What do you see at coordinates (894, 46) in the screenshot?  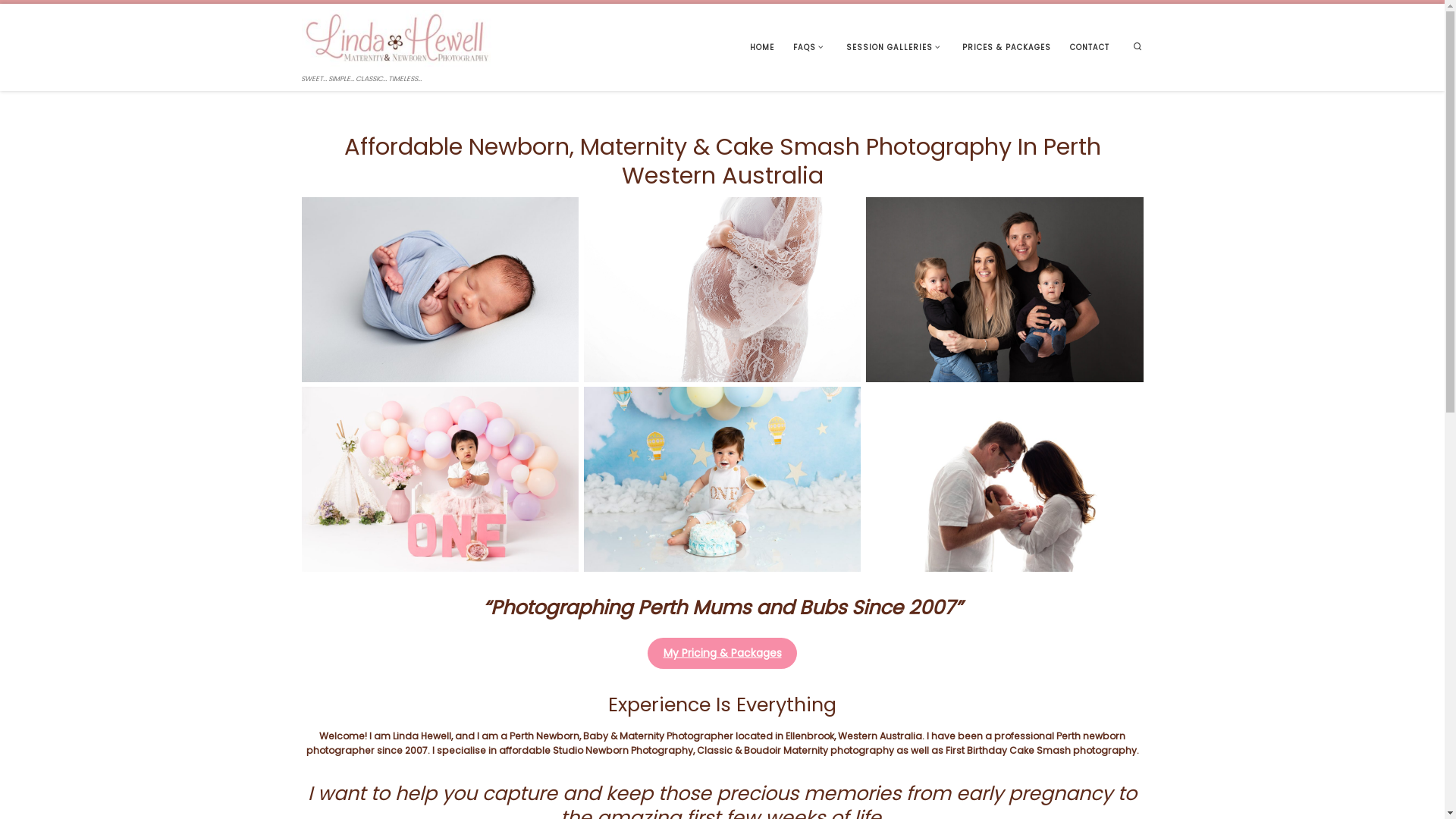 I see `'SESSION GALLERIES'` at bounding box center [894, 46].